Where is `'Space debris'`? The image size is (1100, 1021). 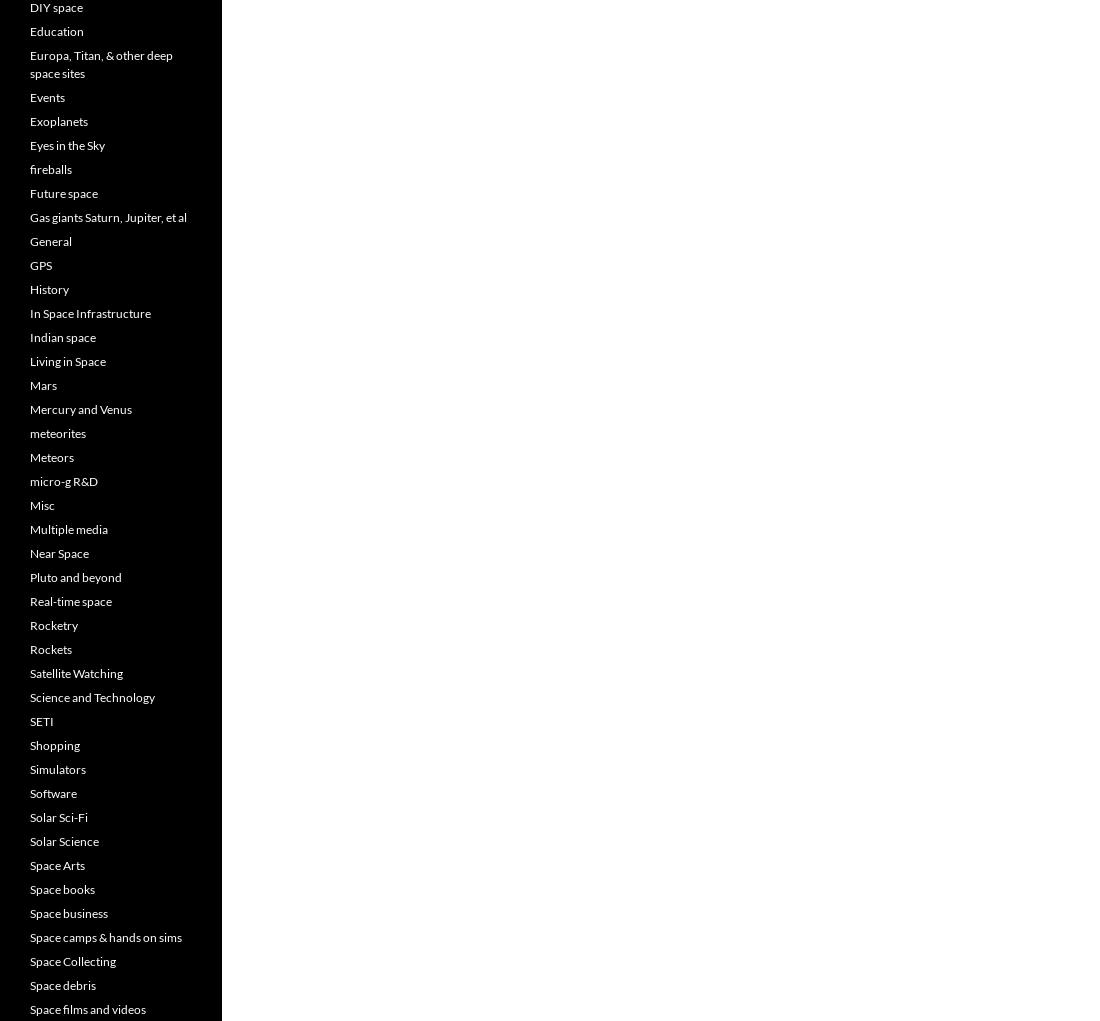 'Space debris' is located at coordinates (29, 985).